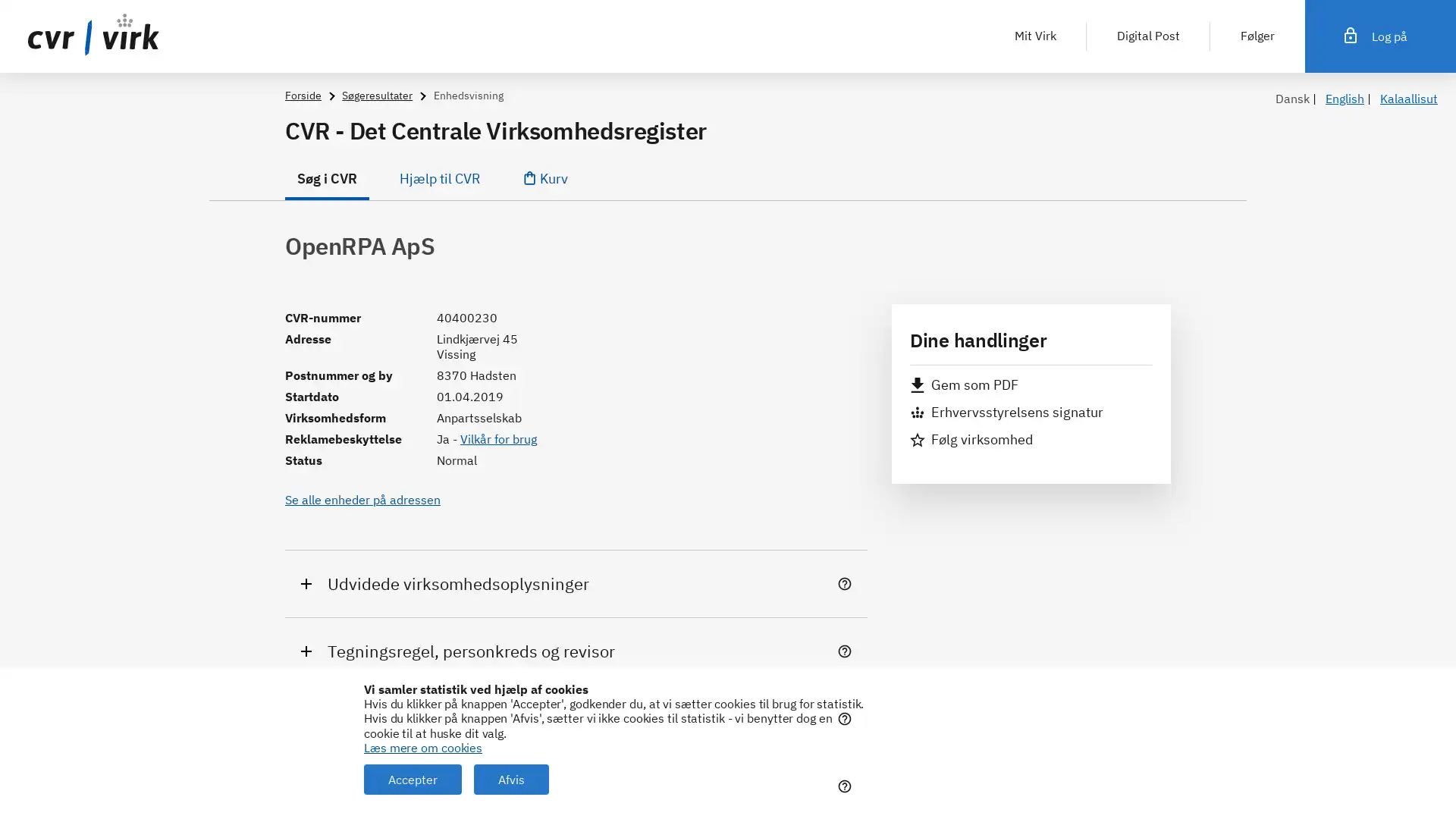  Describe the element at coordinates (847, 583) in the screenshot. I see `Ls mere om Udvidede virksomhedsoplysninger` at that location.